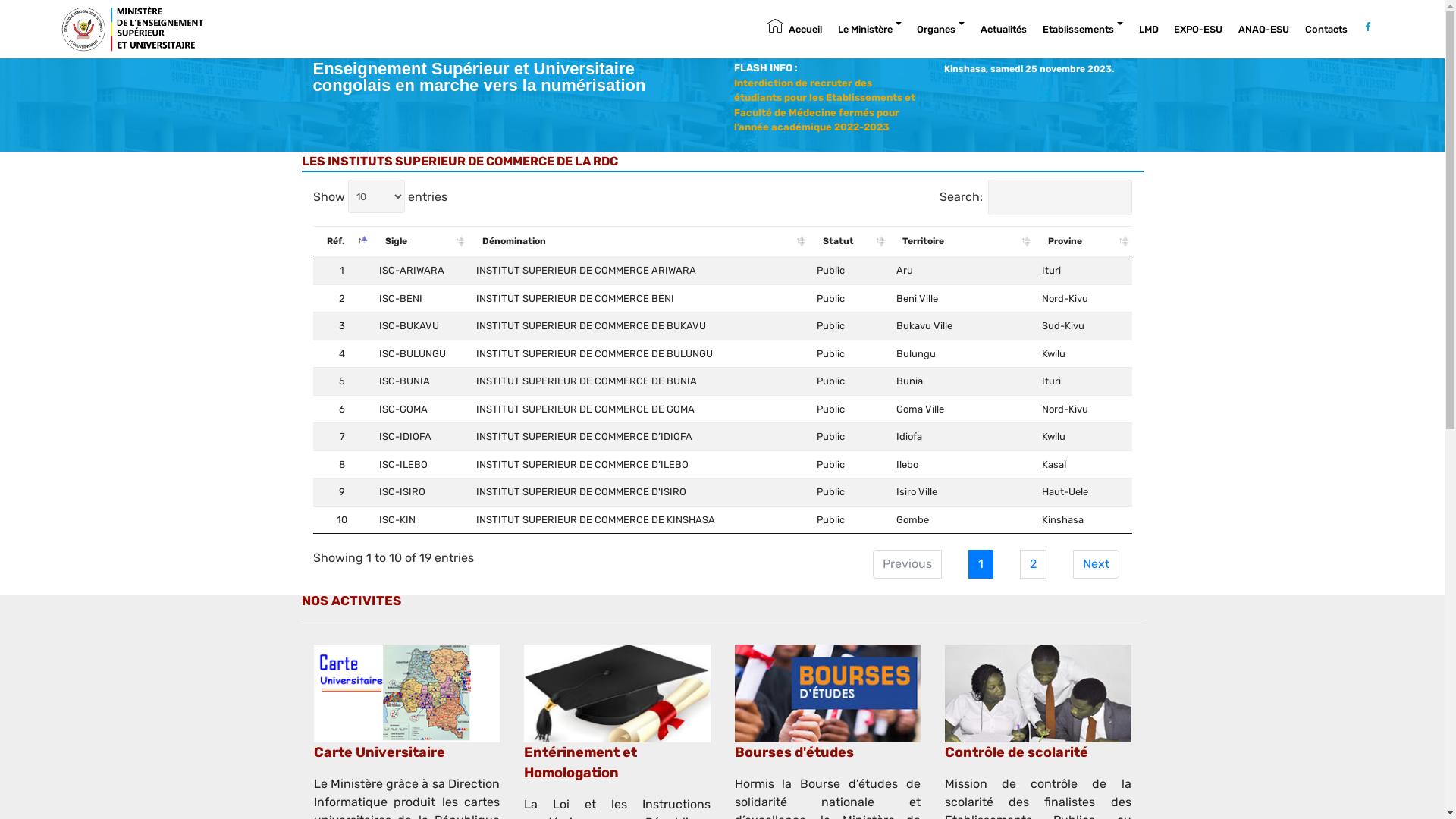 This screenshot has width=1456, height=819. What do you see at coordinates (1197, 29) in the screenshot?
I see `'EXPO-ESU'` at bounding box center [1197, 29].